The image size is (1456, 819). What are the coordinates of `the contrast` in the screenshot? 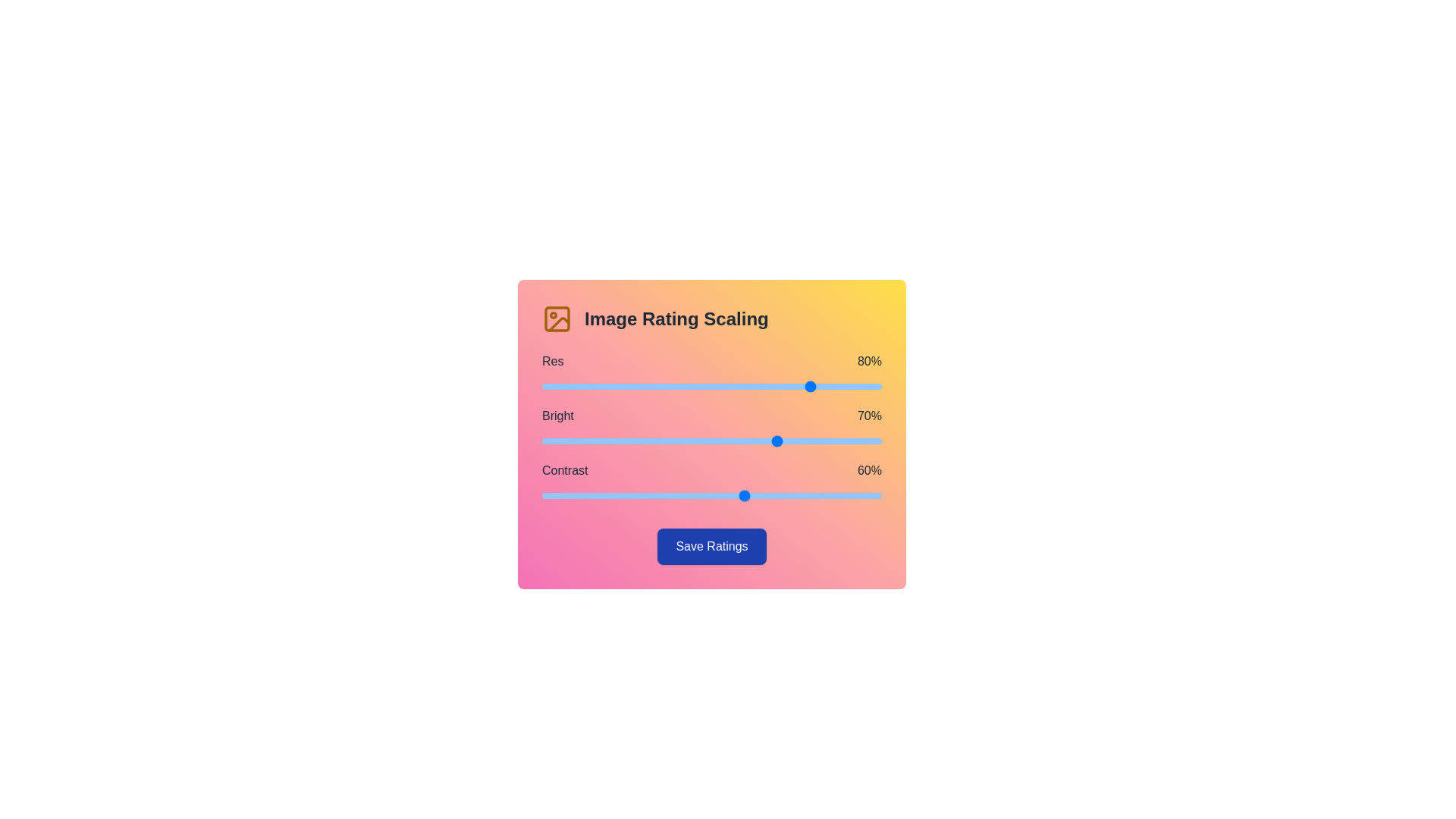 It's located at (640, 496).